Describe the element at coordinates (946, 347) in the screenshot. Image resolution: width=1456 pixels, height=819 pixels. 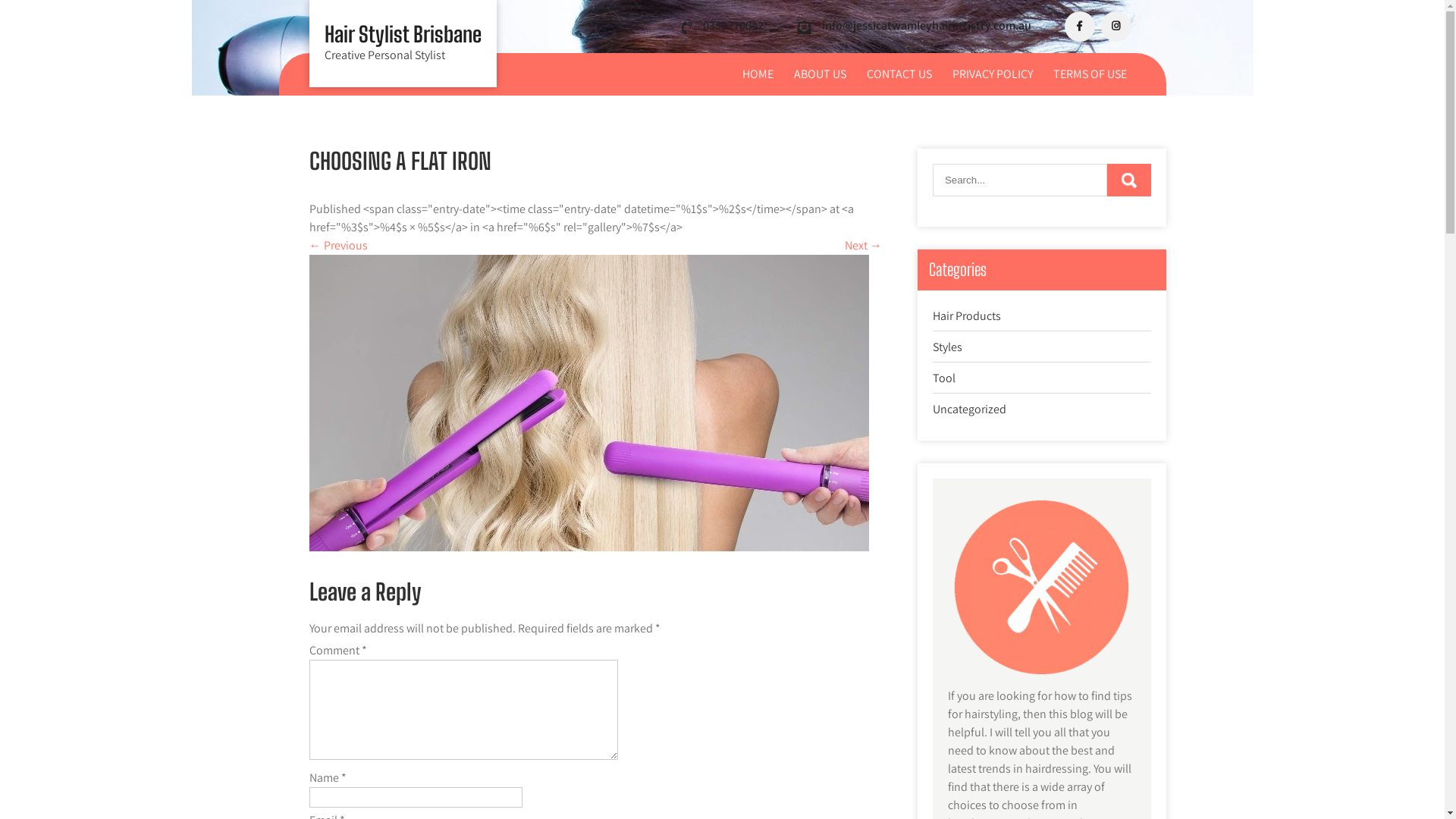
I see `'Styles'` at that location.